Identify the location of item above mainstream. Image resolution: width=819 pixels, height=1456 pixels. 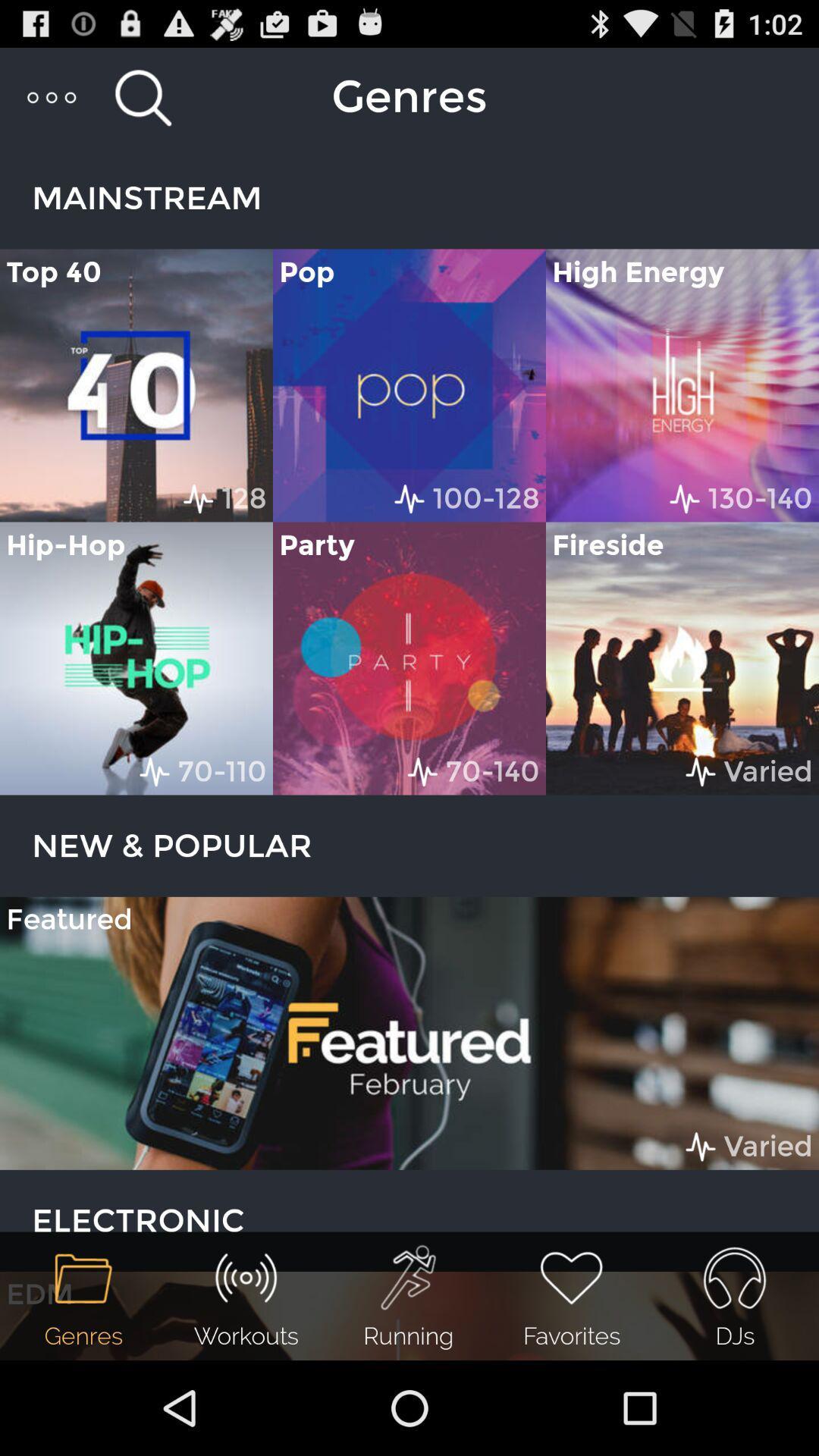
(52, 96).